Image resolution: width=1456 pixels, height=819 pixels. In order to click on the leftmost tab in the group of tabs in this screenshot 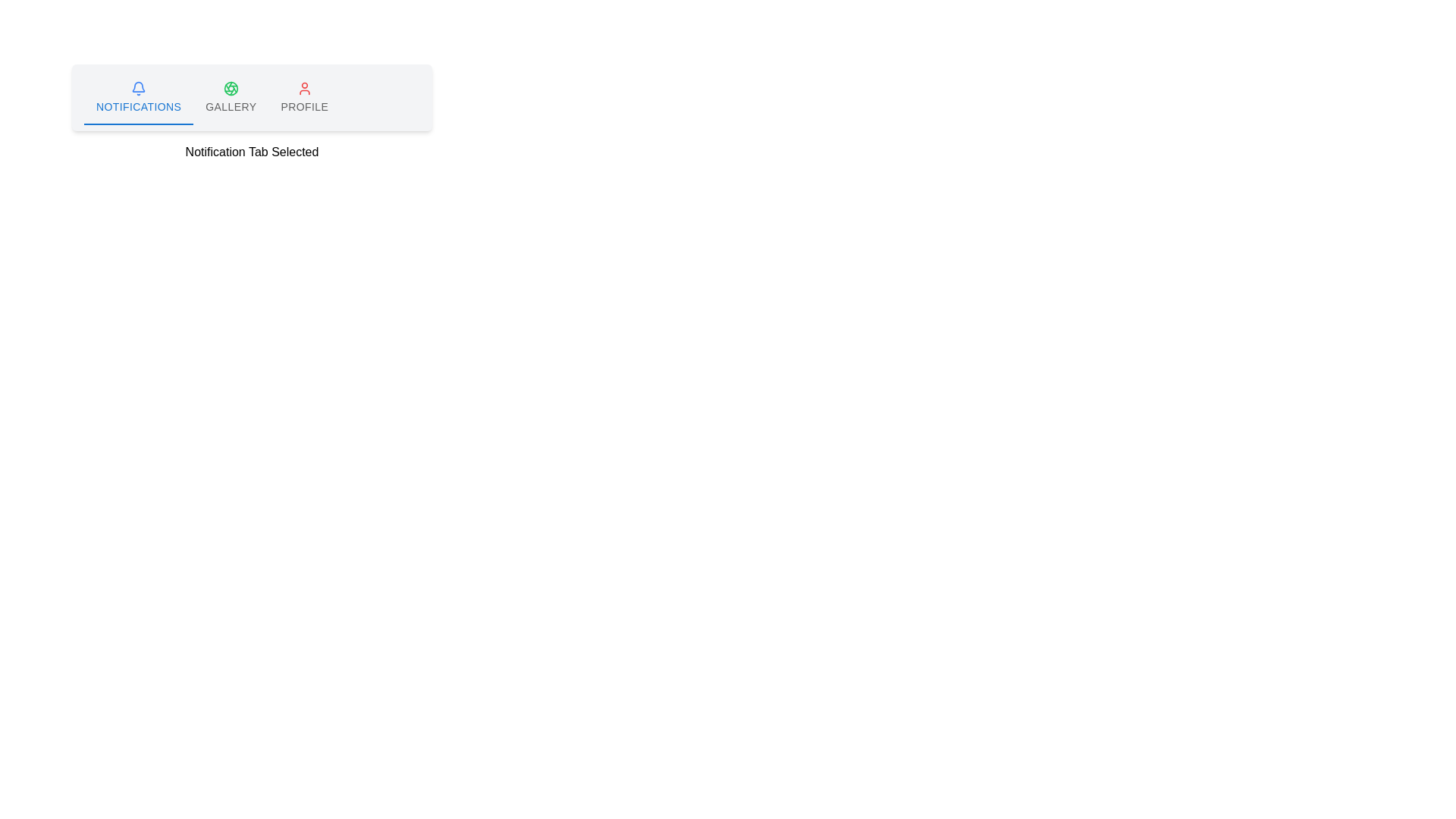, I will do `click(252, 97)`.